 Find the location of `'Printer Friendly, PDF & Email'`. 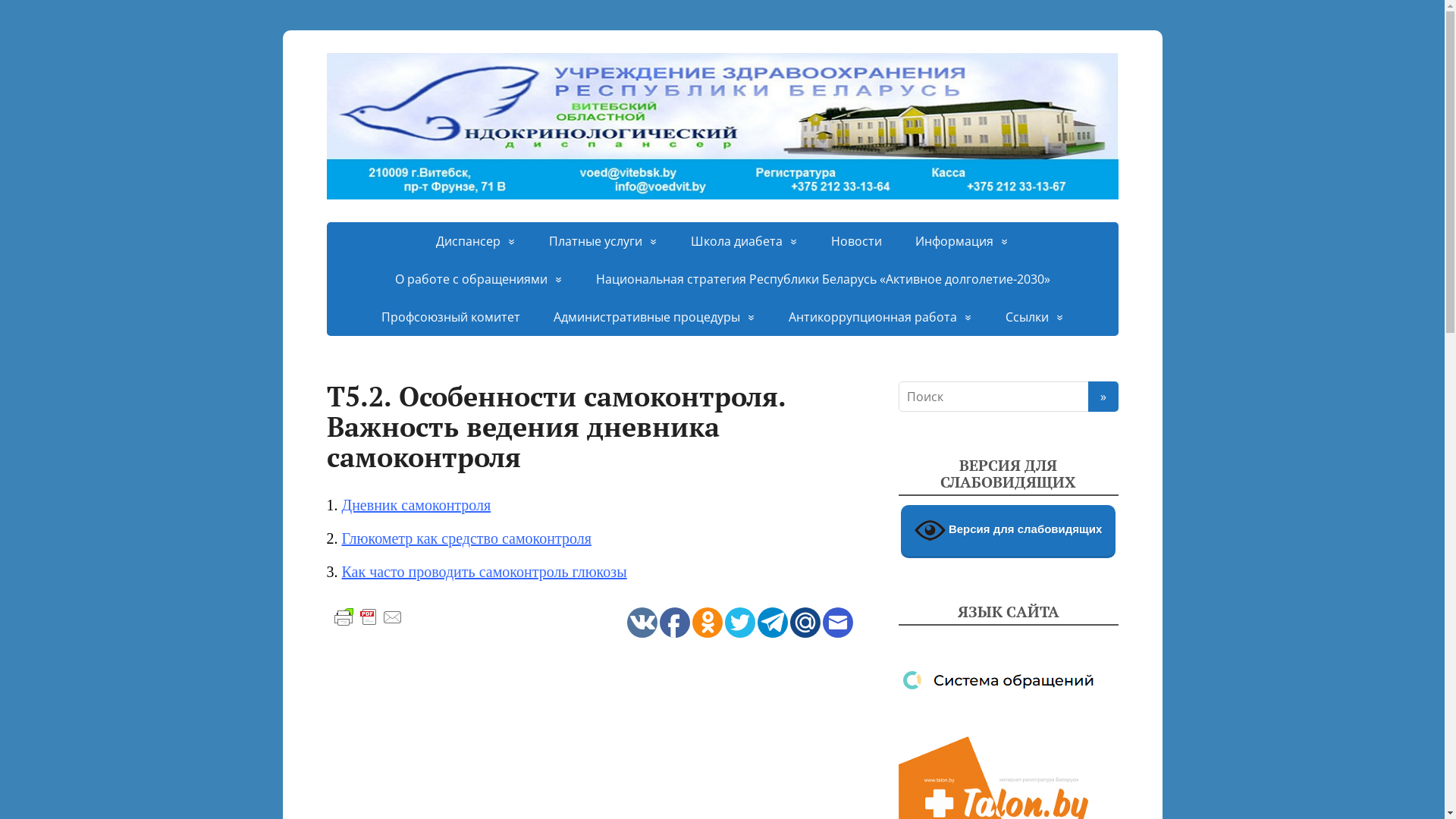

'Printer Friendly, PDF & Email' is located at coordinates (367, 615).